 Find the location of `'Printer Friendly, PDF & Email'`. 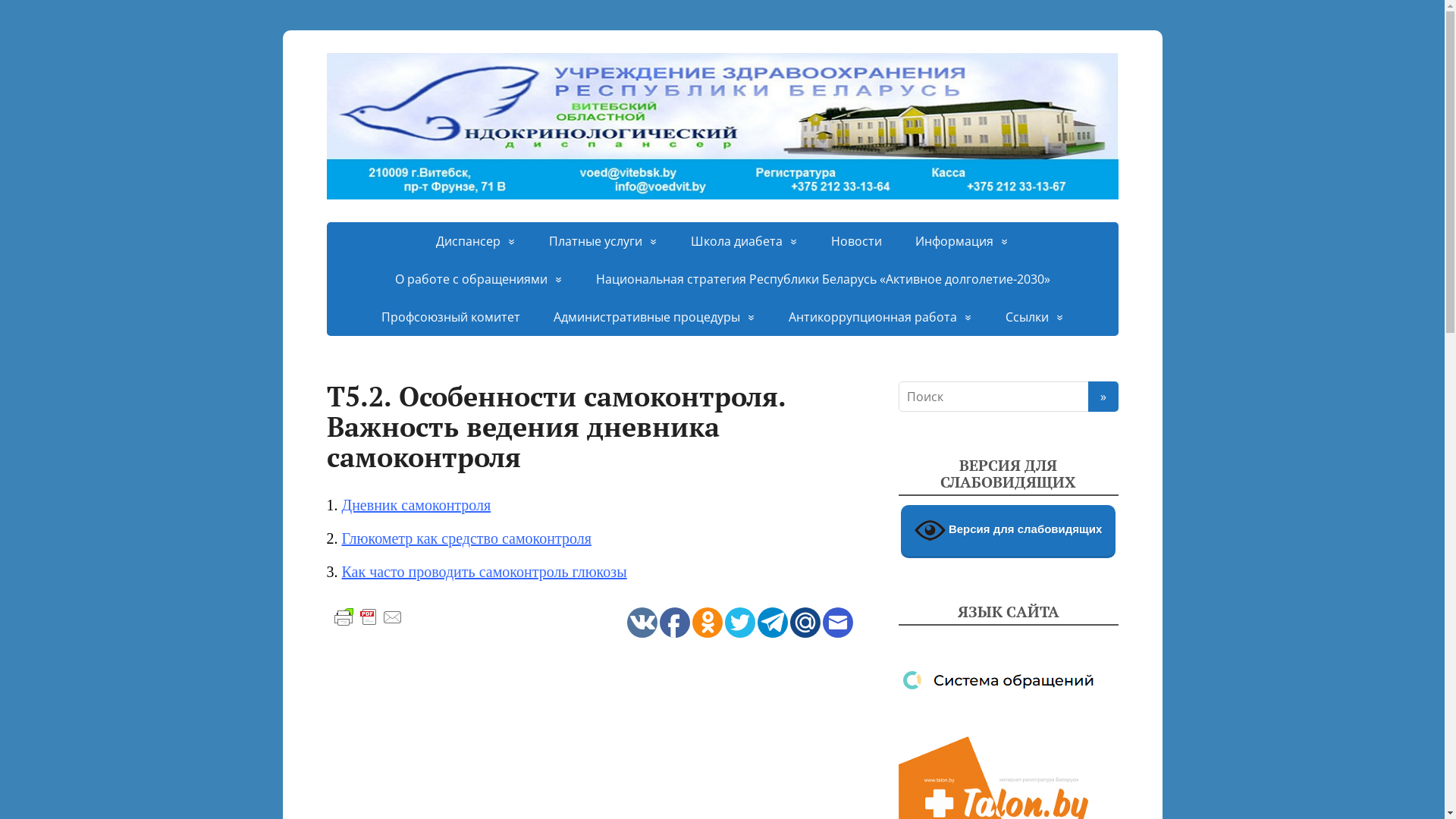

'Printer Friendly, PDF & Email' is located at coordinates (367, 615).